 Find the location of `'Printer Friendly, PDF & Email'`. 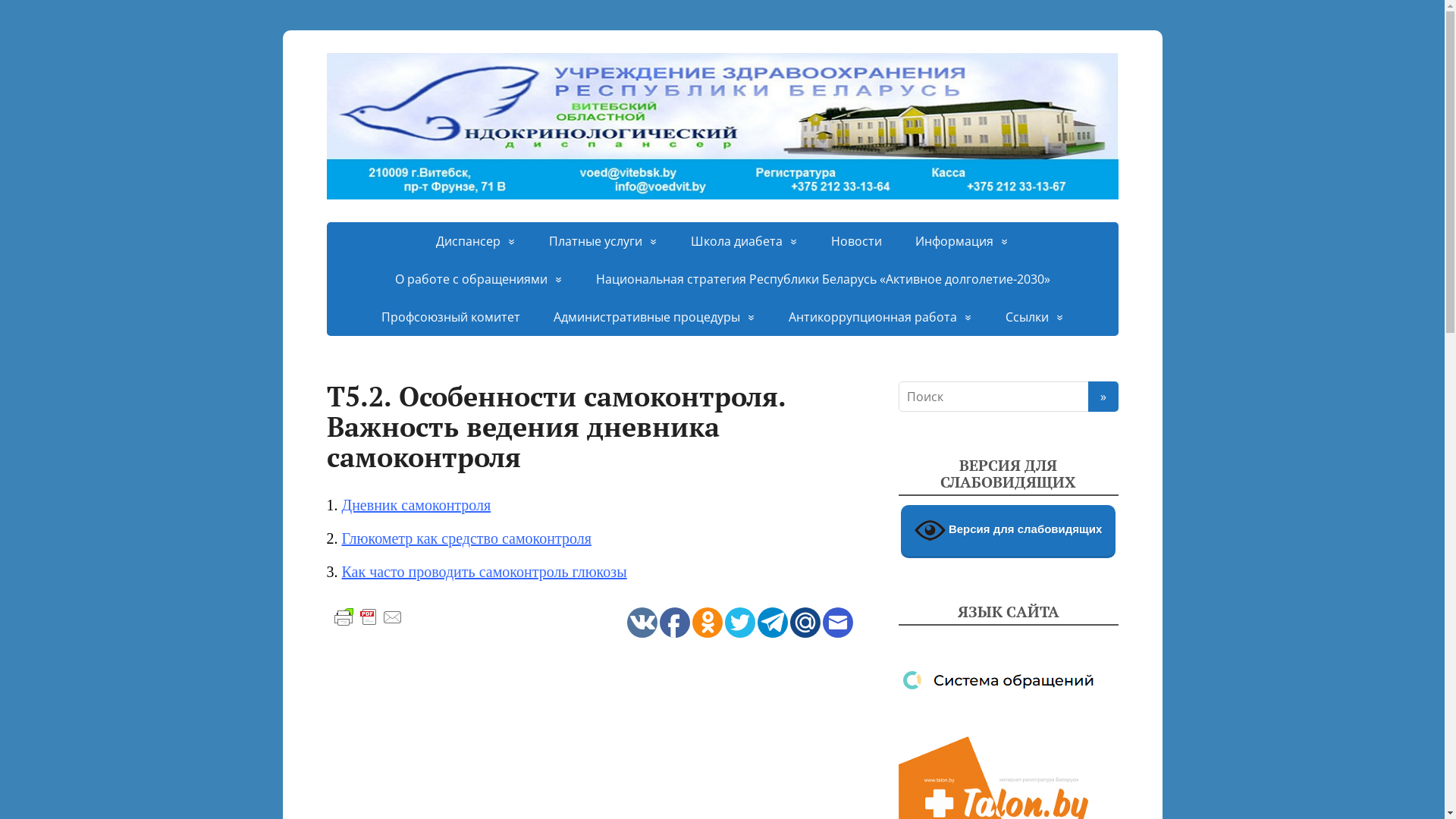

'Printer Friendly, PDF & Email' is located at coordinates (367, 615).